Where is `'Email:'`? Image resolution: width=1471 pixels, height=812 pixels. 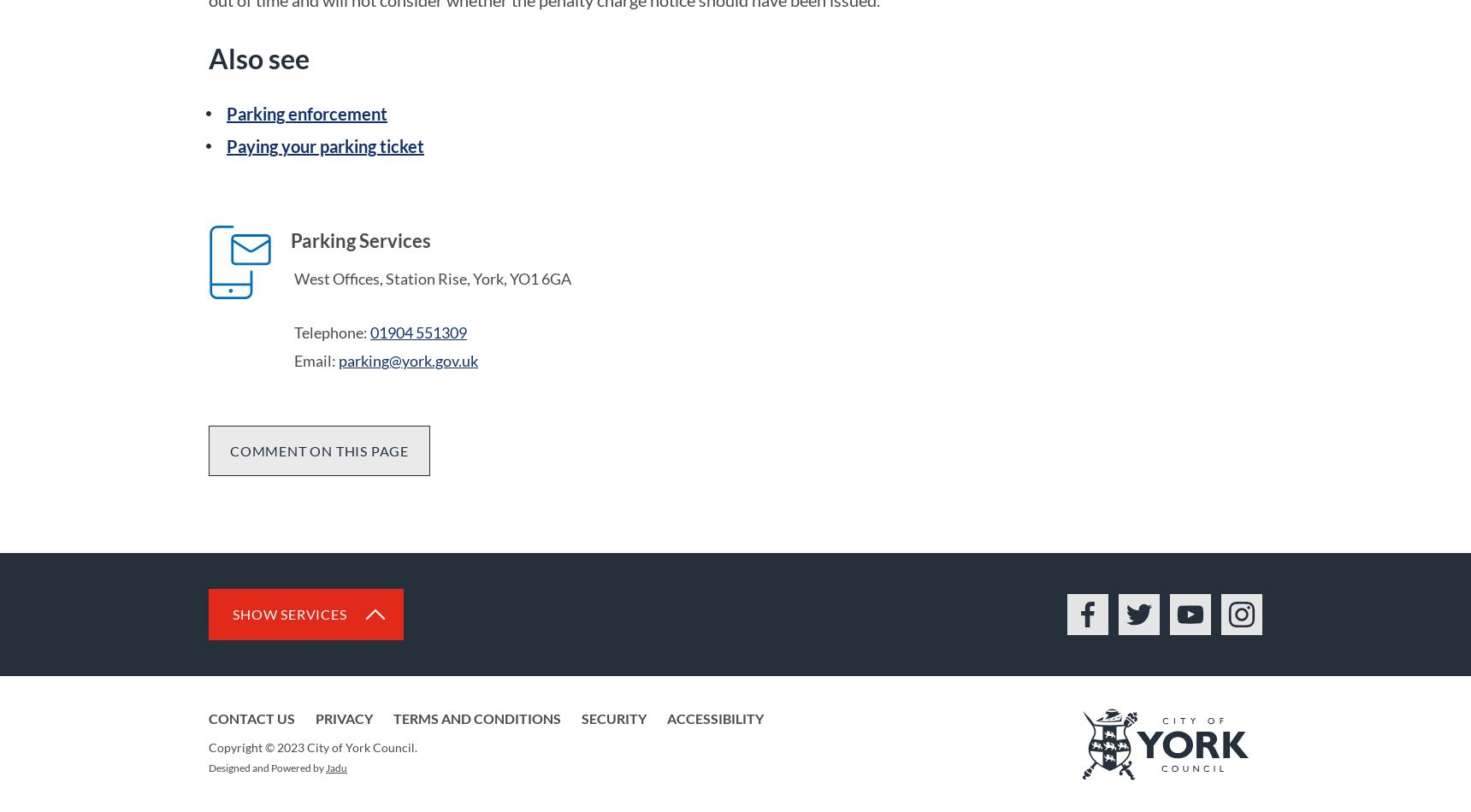 'Email:' is located at coordinates (315, 359).